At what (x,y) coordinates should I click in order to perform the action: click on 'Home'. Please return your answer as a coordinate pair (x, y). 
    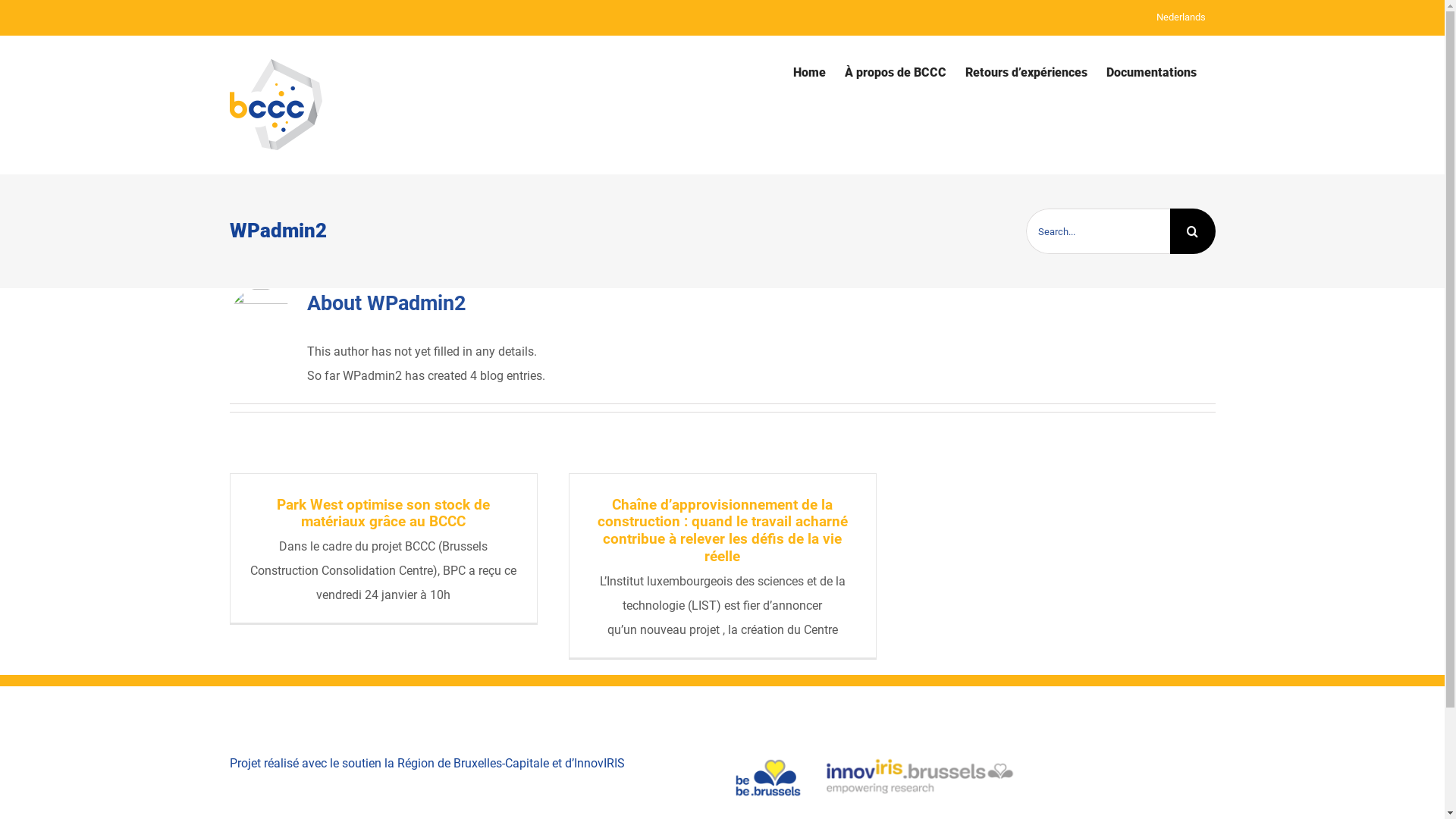
    Looking at the image, I should click on (808, 72).